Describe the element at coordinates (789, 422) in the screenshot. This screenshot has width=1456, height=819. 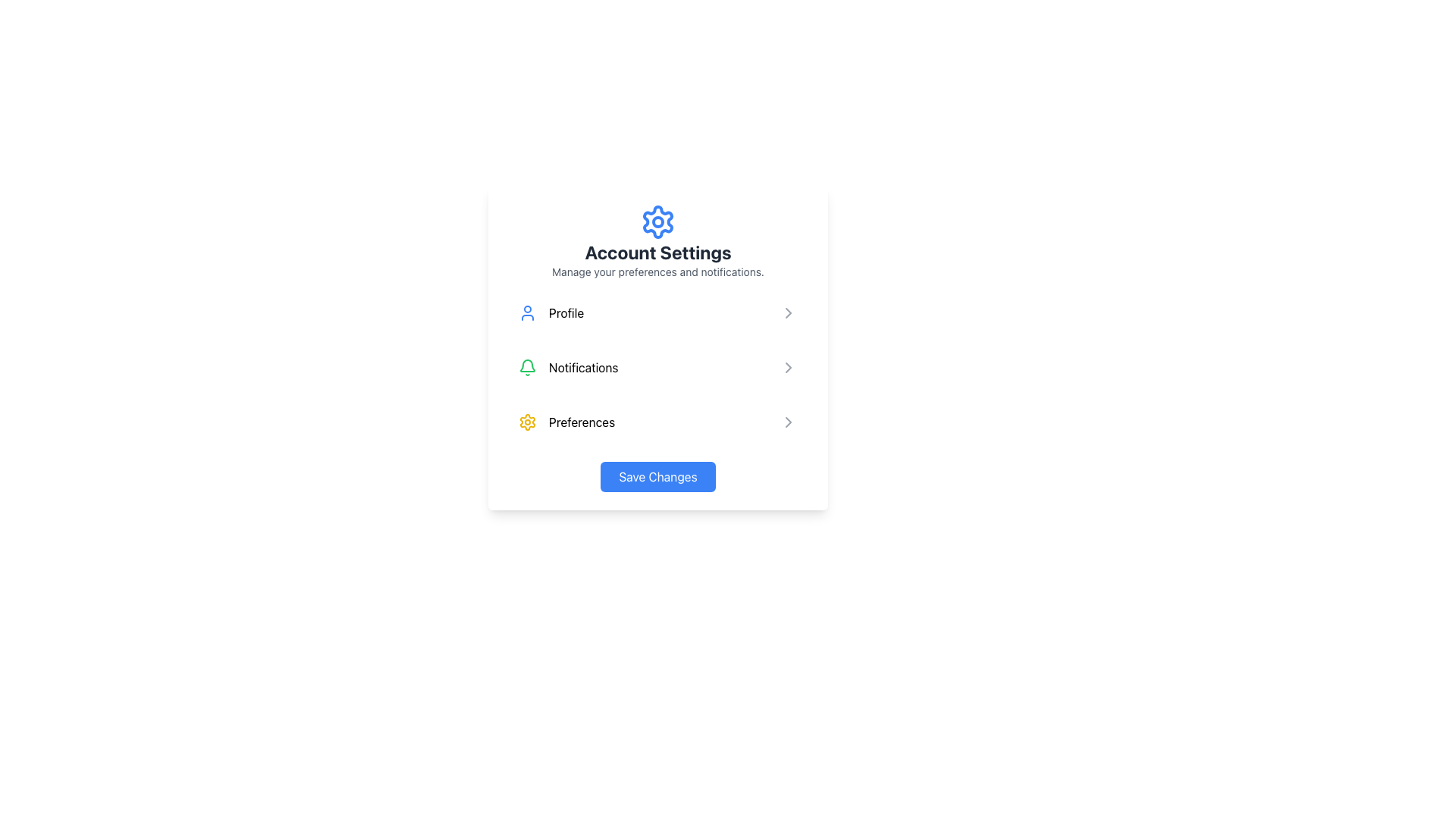
I see `the rightward-pointing chevron icon located next to the 'Preferences' label in the Account Settings menu` at that location.